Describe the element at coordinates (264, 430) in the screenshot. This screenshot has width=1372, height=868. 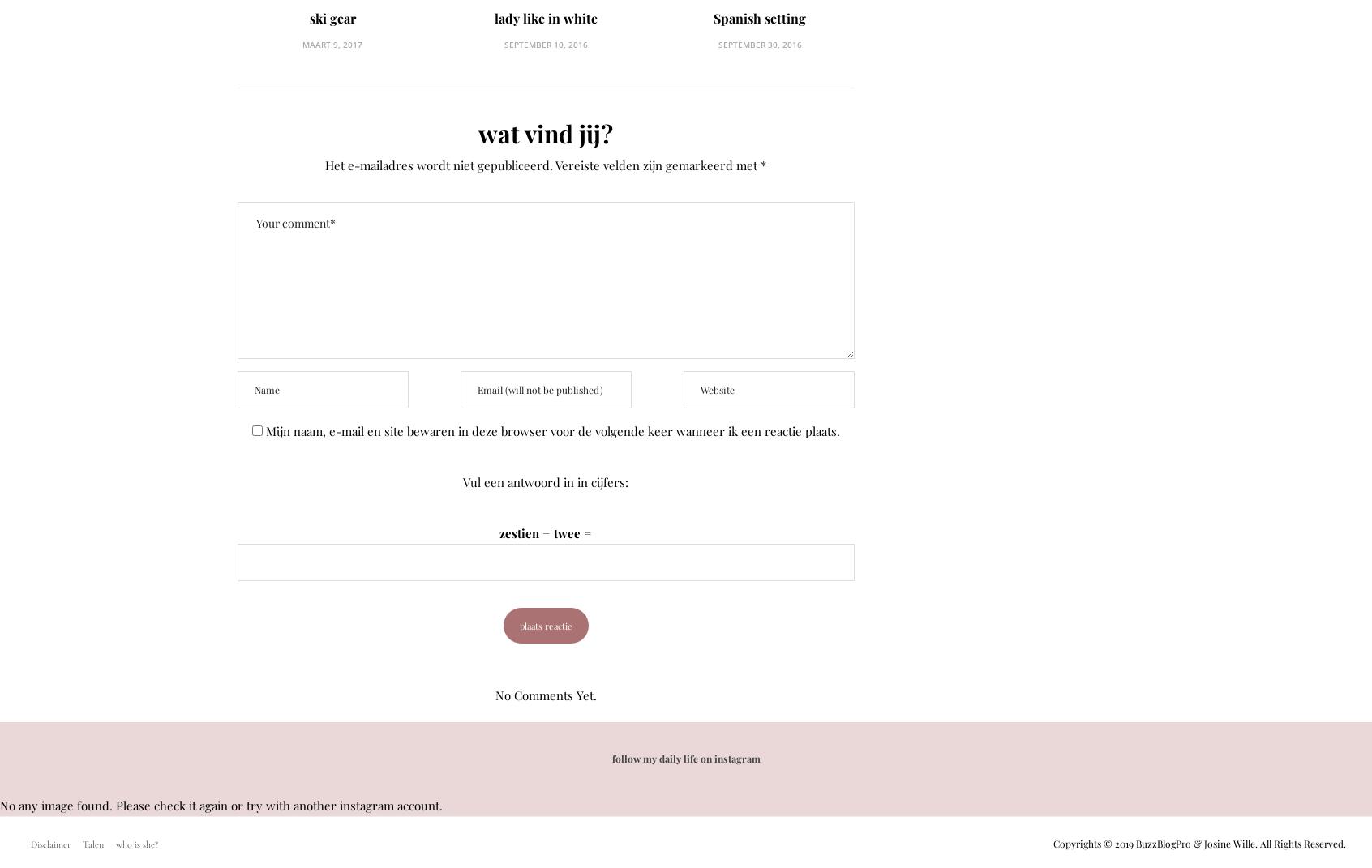
I see `'Mijn naam, e-mail en site bewaren in deze browser voor de volgende keer wanneer ik een reactie plaats.'` at that location.